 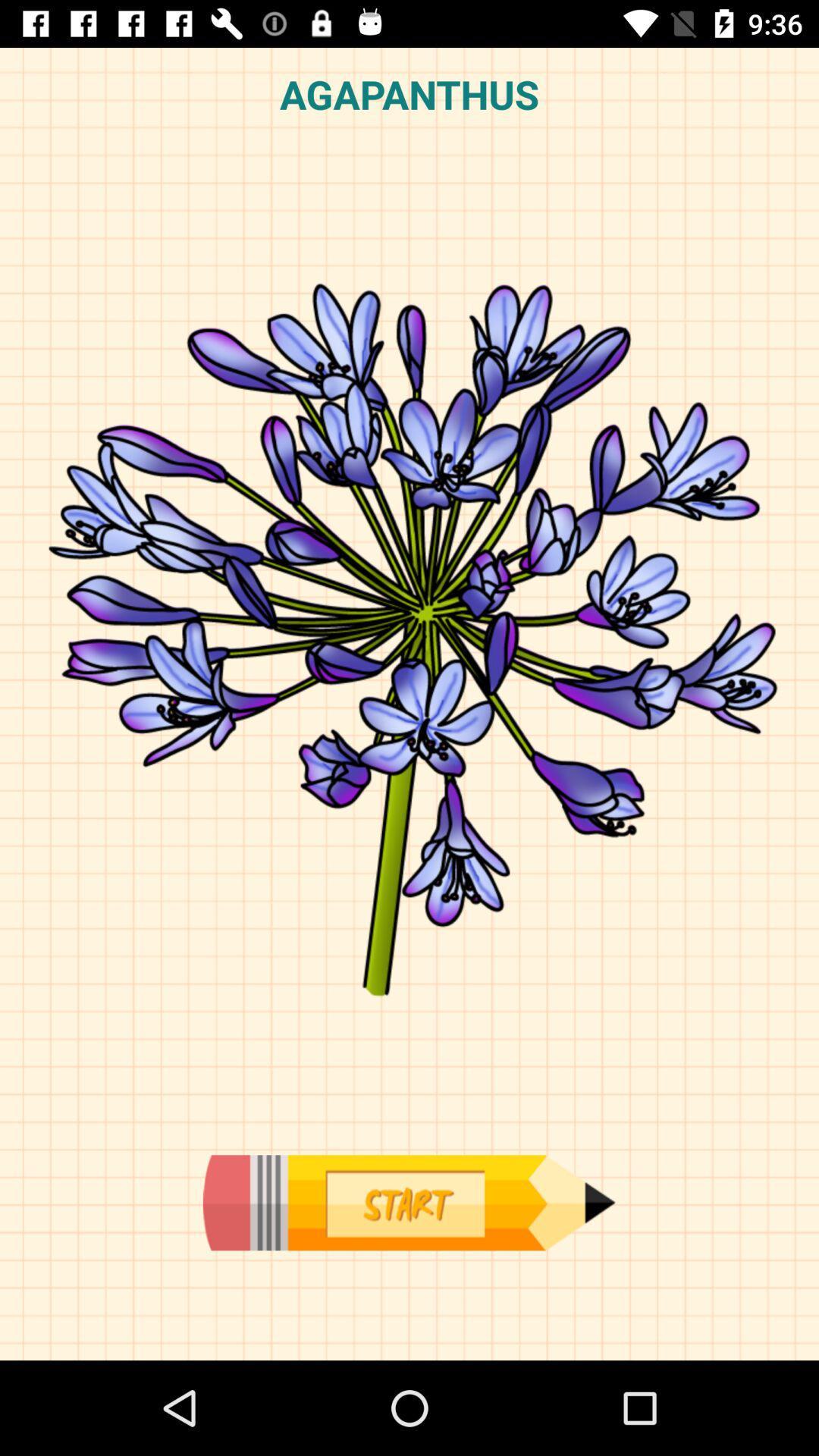 What do you see at coordinates (408, 1202) in the screenshot?
I see `start game` at bounding box center [408, 1202].